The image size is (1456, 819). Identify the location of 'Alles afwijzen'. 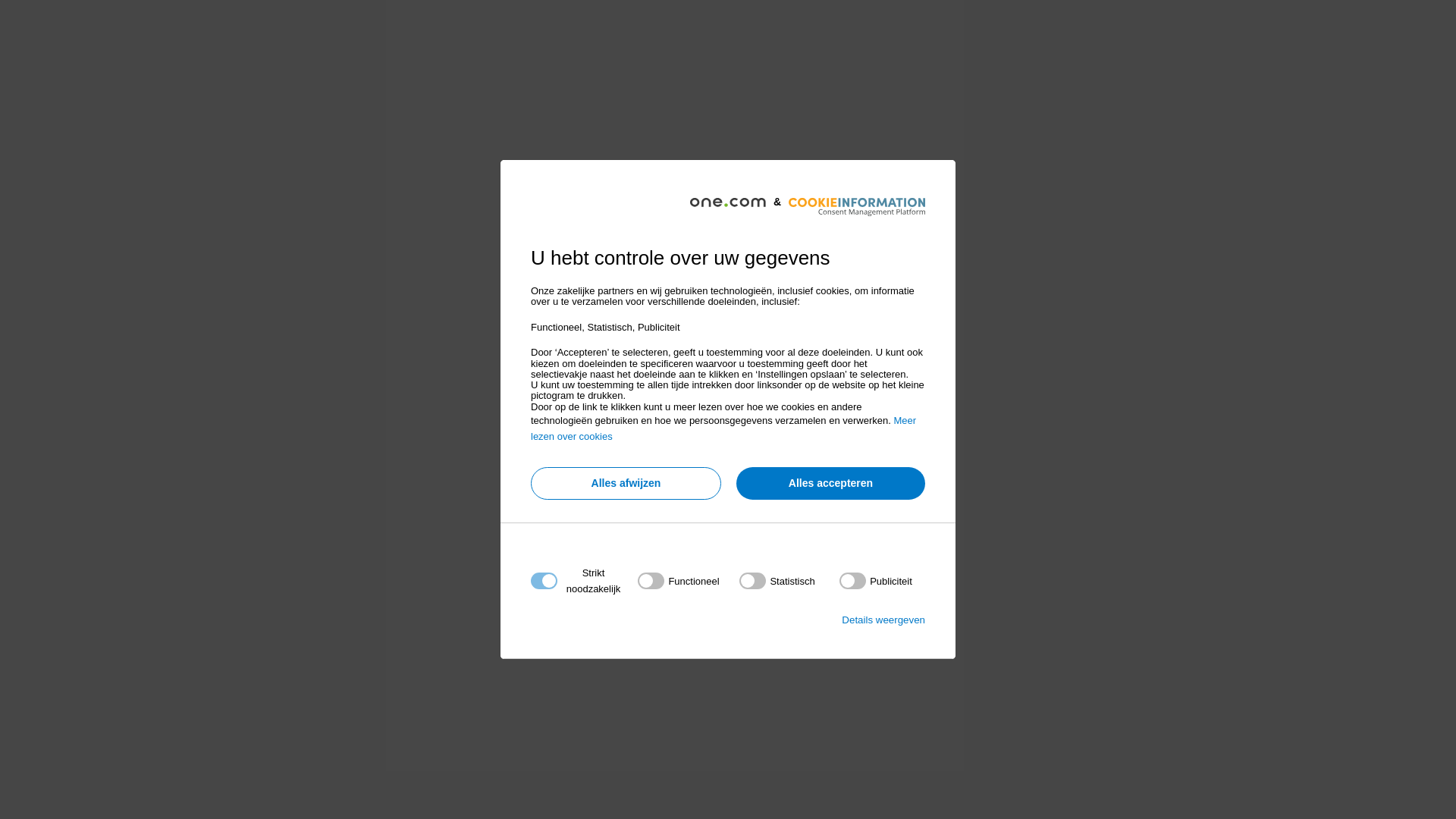
(626, 483).